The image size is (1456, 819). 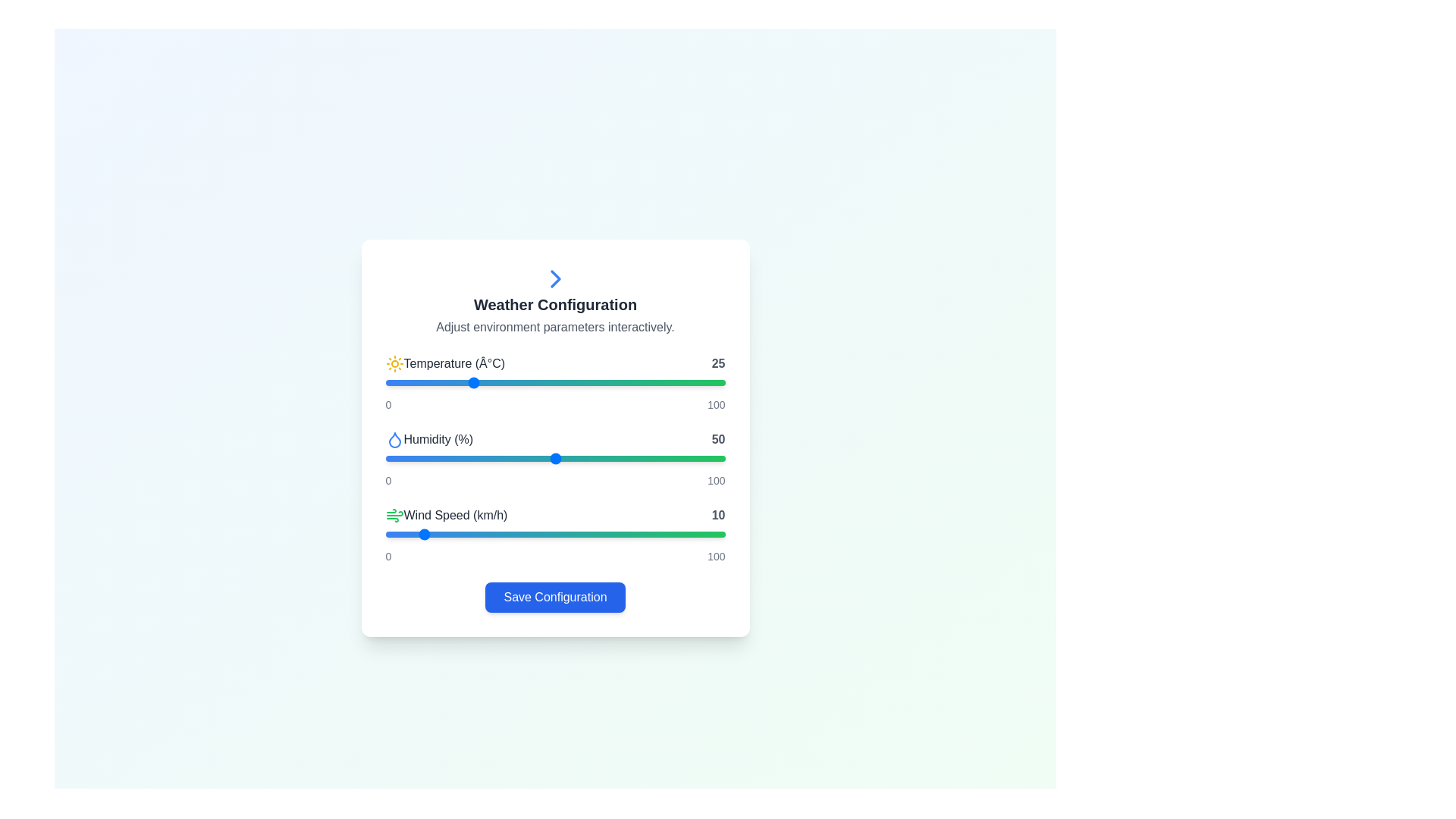 What do you see at coordinates (717, 363) in the screenshot?
I see `the numeric display showing the number '25' styled in gray and bold font, located to the right of the 'Temperature (°C)' label within the 'Weather Configuration' section` at bounding box center [717, 363].